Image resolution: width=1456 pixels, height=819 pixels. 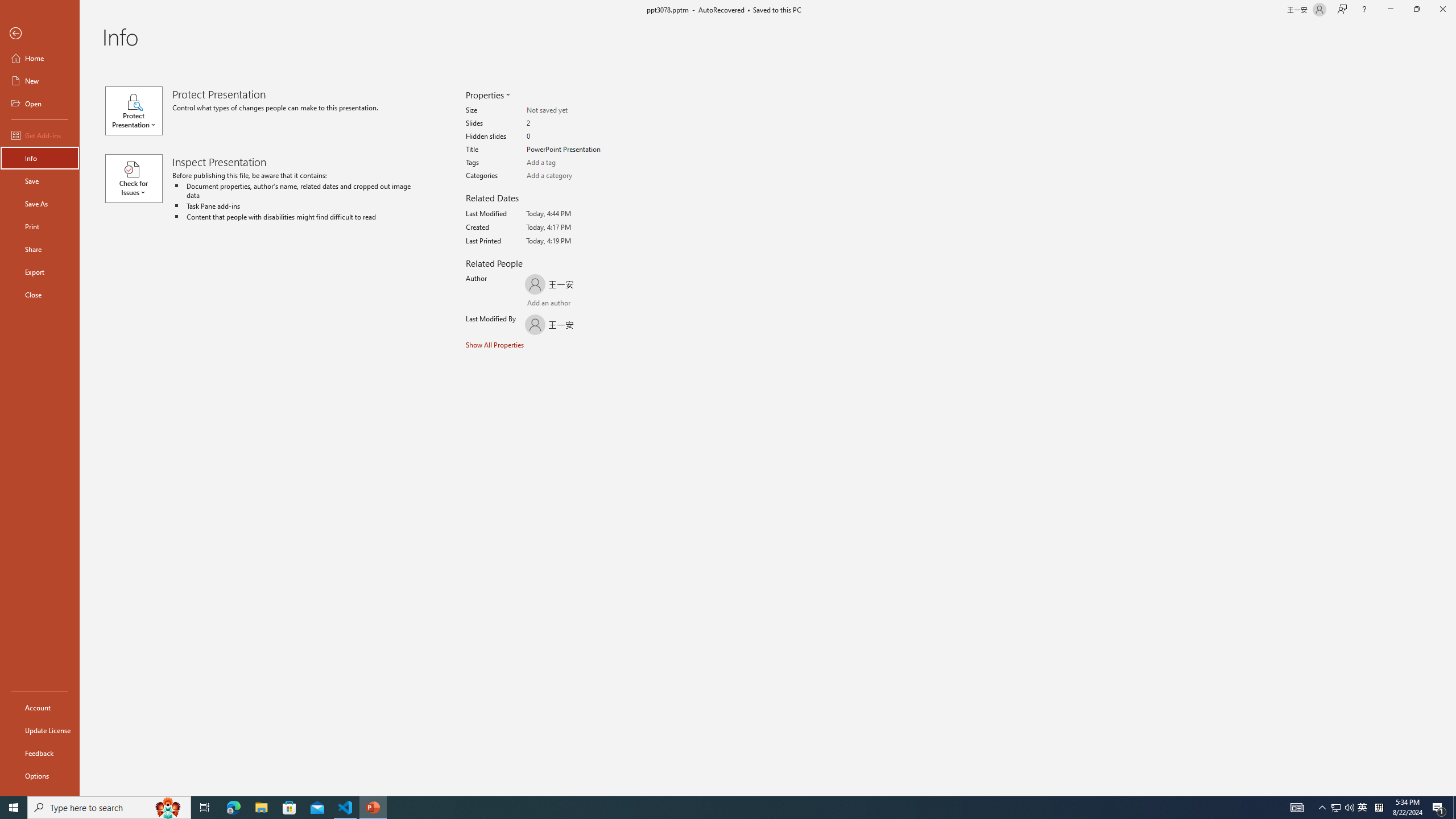 I want to click on 'Size', so click(x=570, y=110).